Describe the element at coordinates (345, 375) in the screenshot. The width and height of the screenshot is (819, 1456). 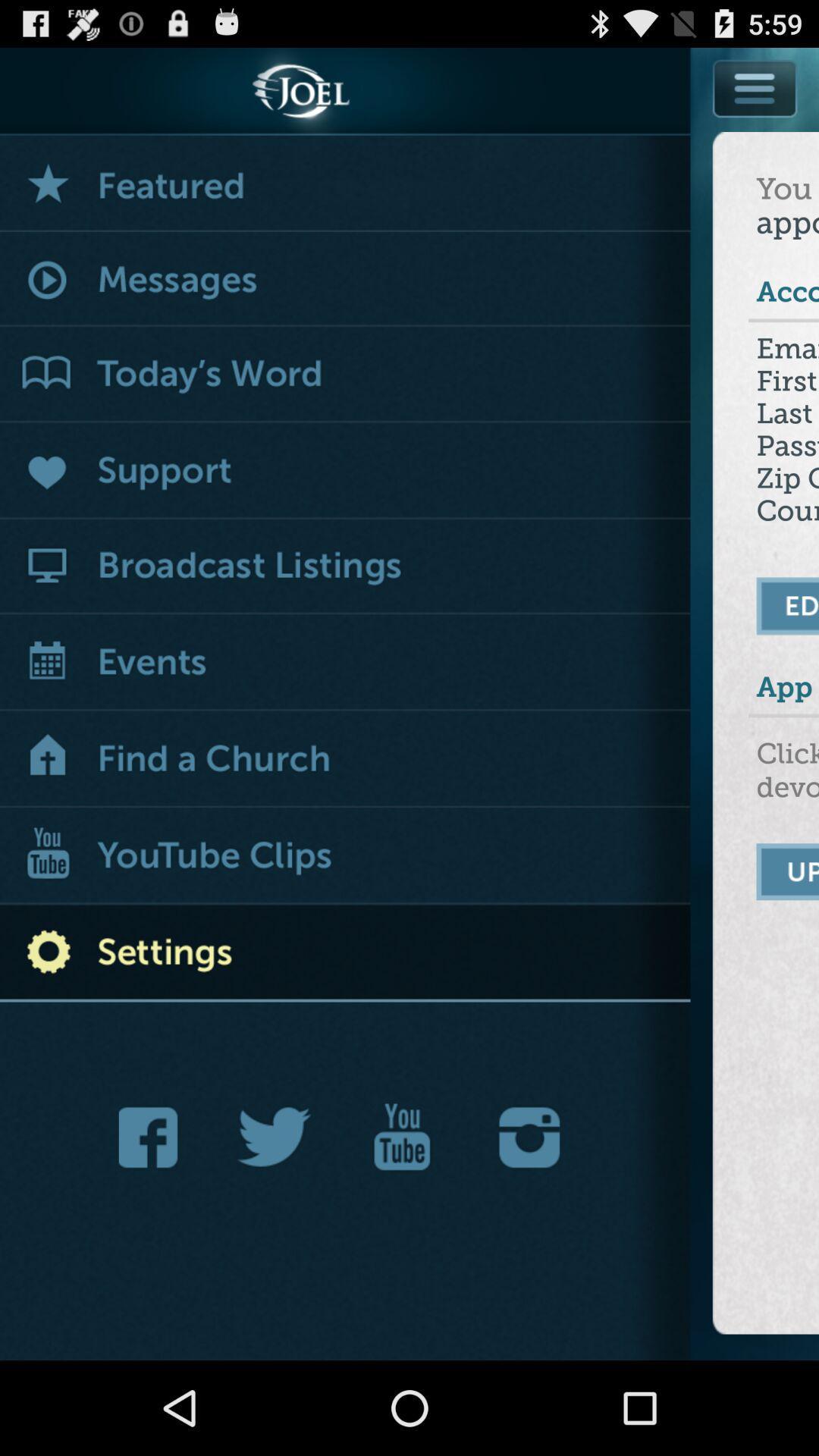
I see `content related to today 's world` at that location.